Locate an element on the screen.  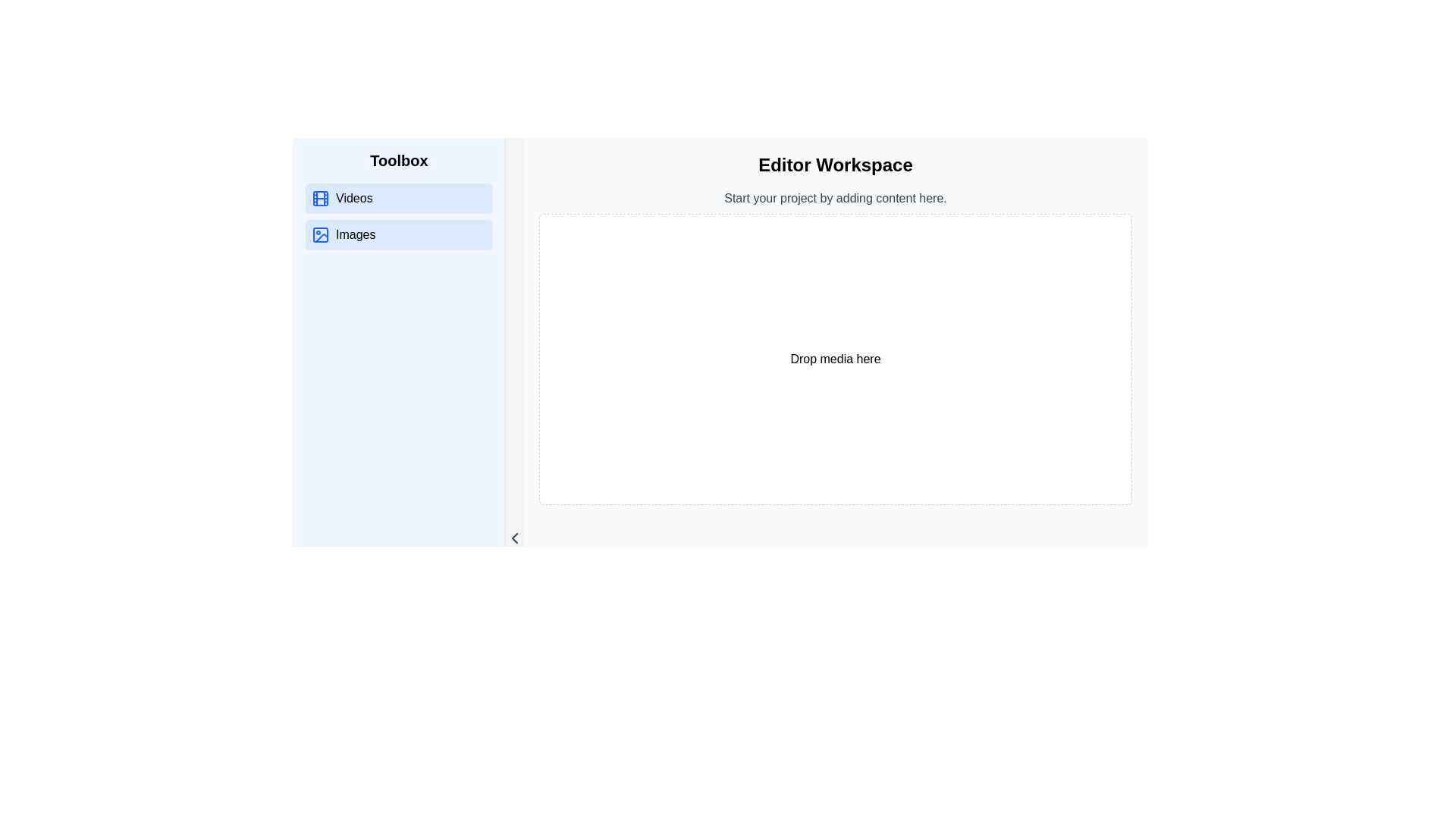
the 'Videos' section in the navigation menu located in the Toolbox sidebar is located at coordinates (399, 216).